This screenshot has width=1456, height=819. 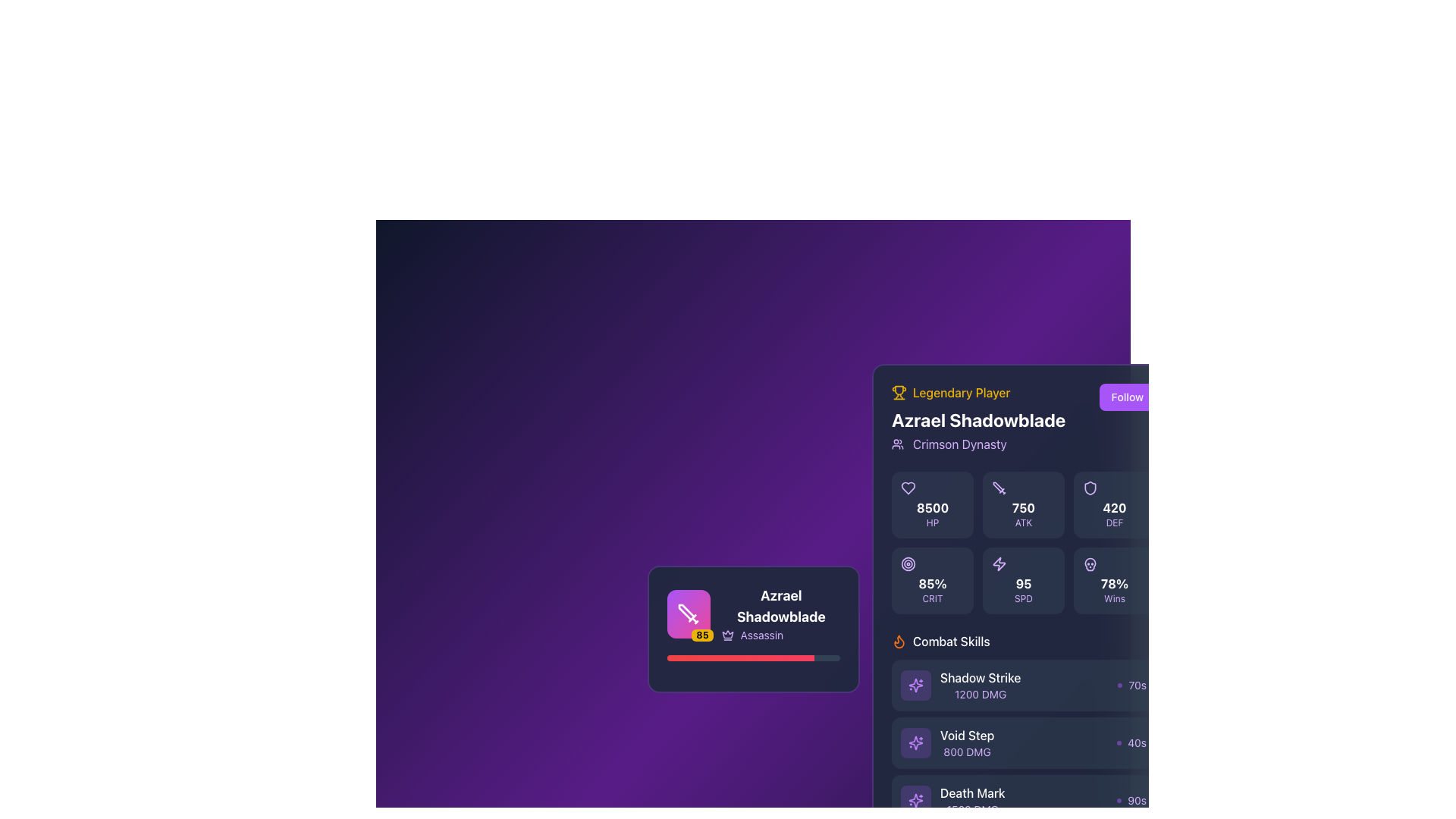 I want to click on the Text Label that describes the relevance of '85%' for the 'CRIT' metric, located in the second row, first column of the stats grid, so click(x=931, y=598).